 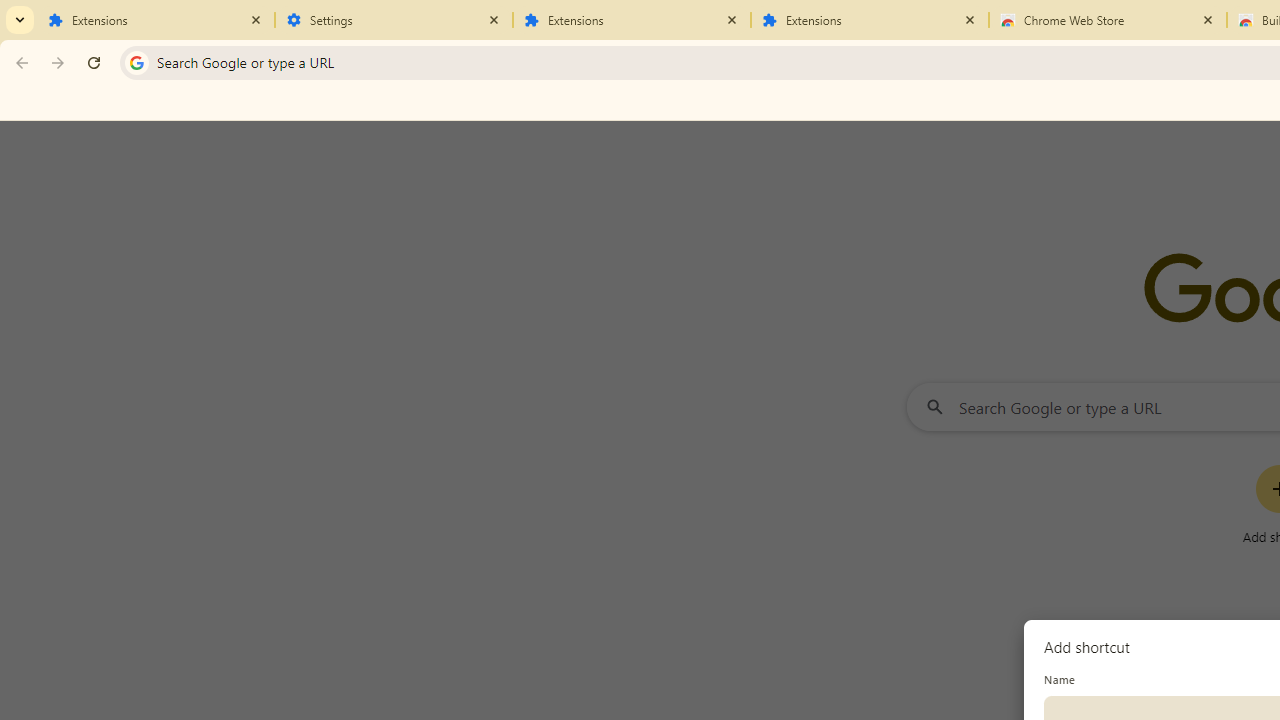 What do you see at coordinates (1107, 20) in the screenshot?
I see `'Chrome Web Store'` at bounding box center [1107, 20].